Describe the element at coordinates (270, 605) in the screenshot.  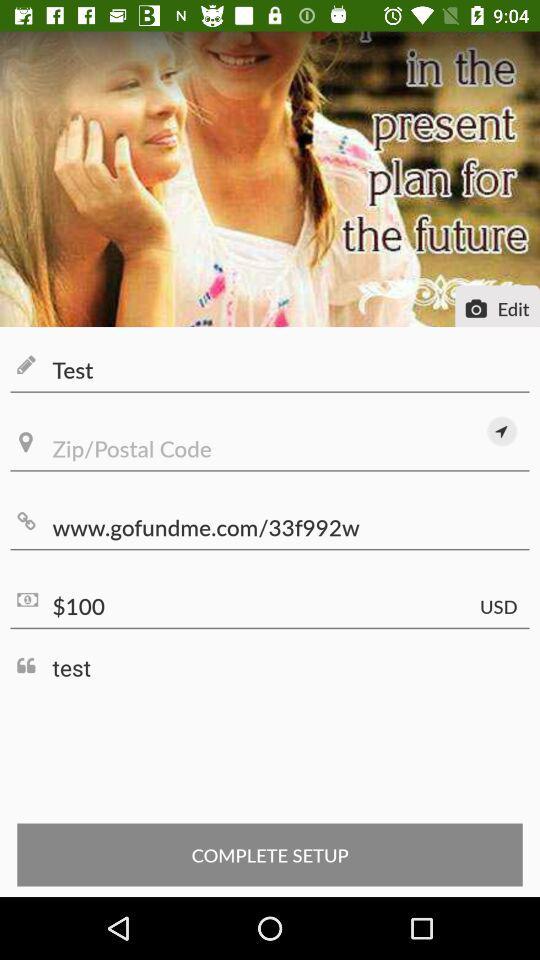
I see `the item below www gofundme com item` at that location.